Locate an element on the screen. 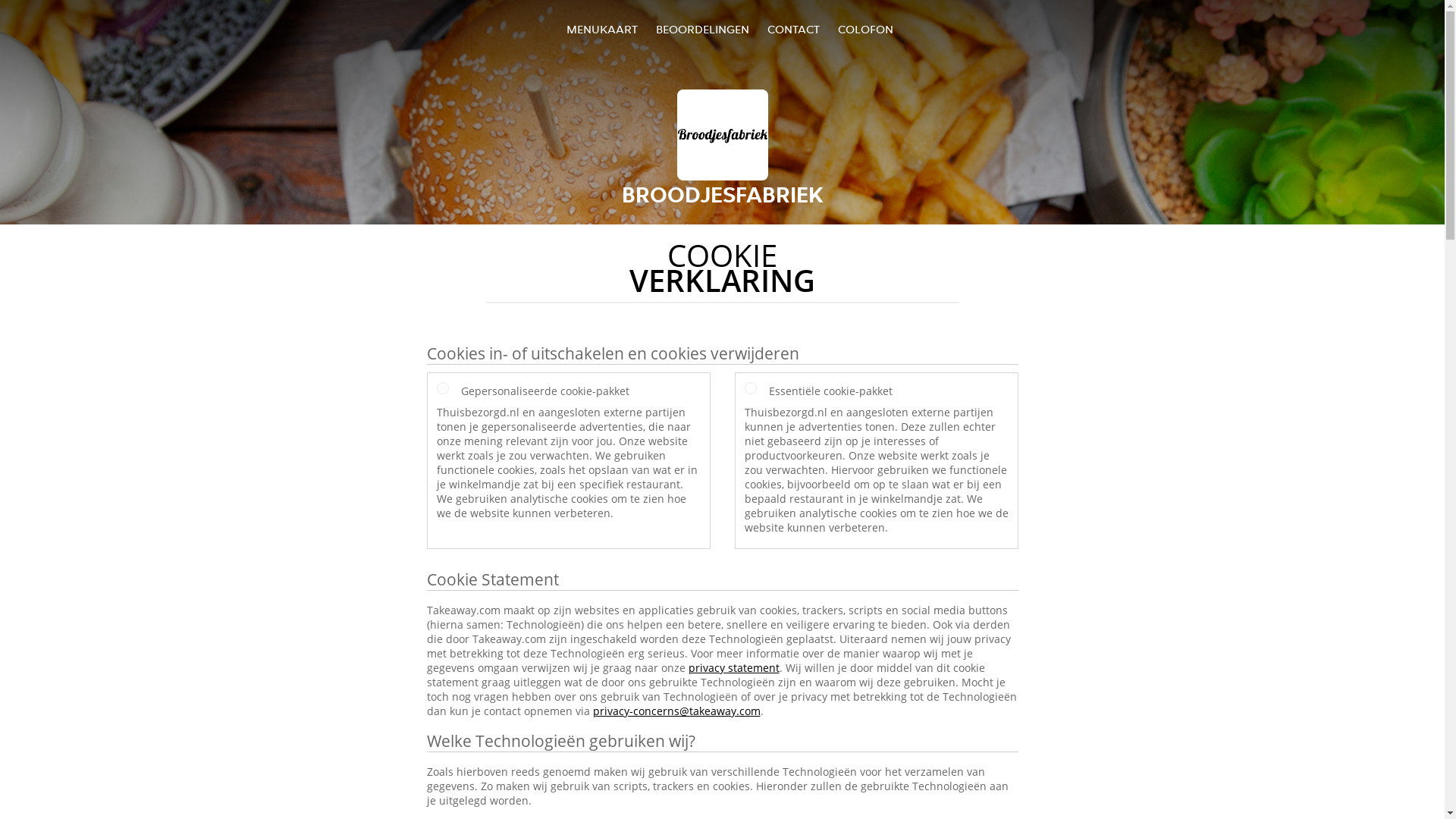  'privacy-concerns@takeaway.com' is located at coordinates (676, 711).